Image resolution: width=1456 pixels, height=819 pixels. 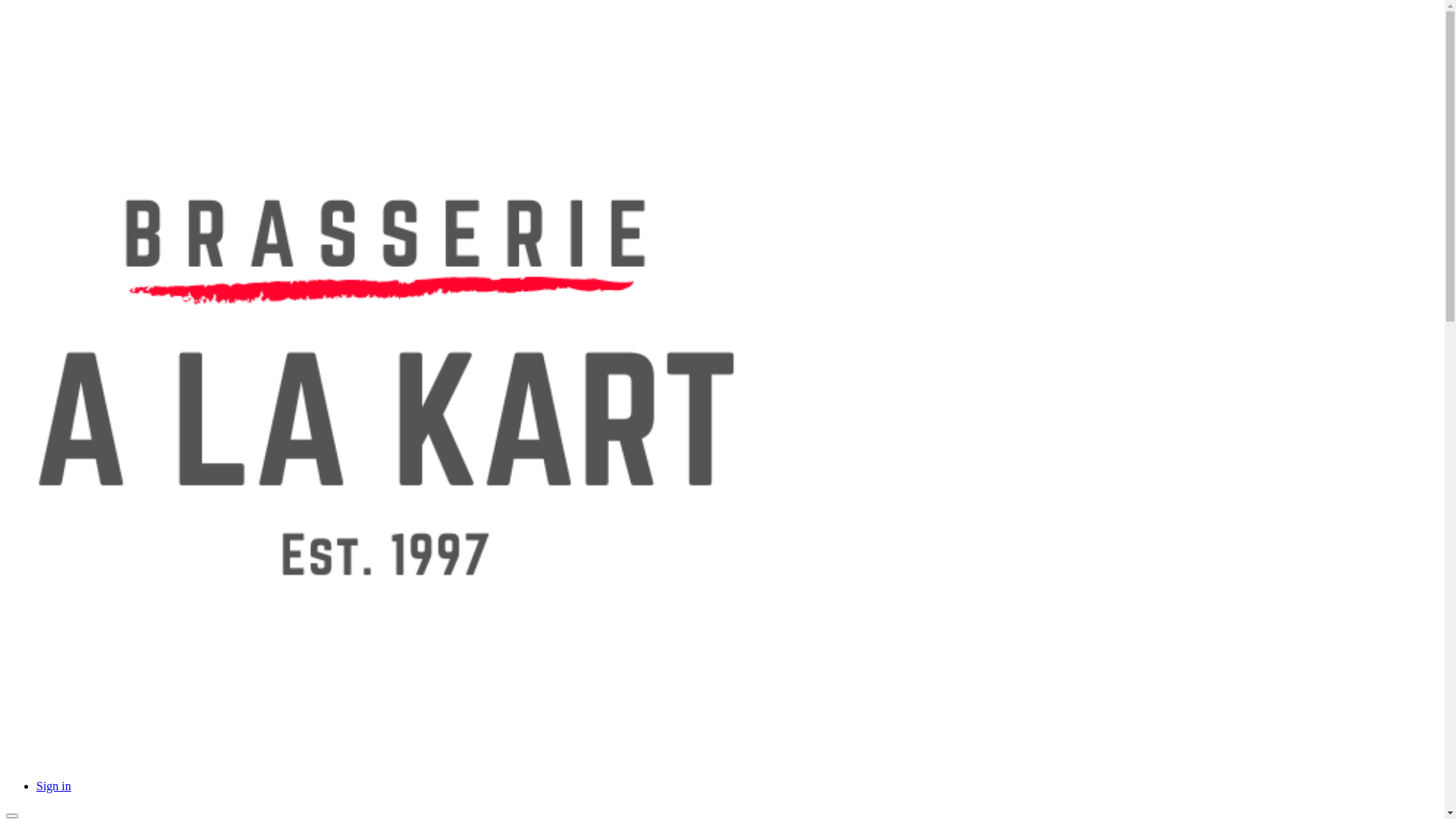 I want to click on 'Sign in', so click(x=54, y=785).